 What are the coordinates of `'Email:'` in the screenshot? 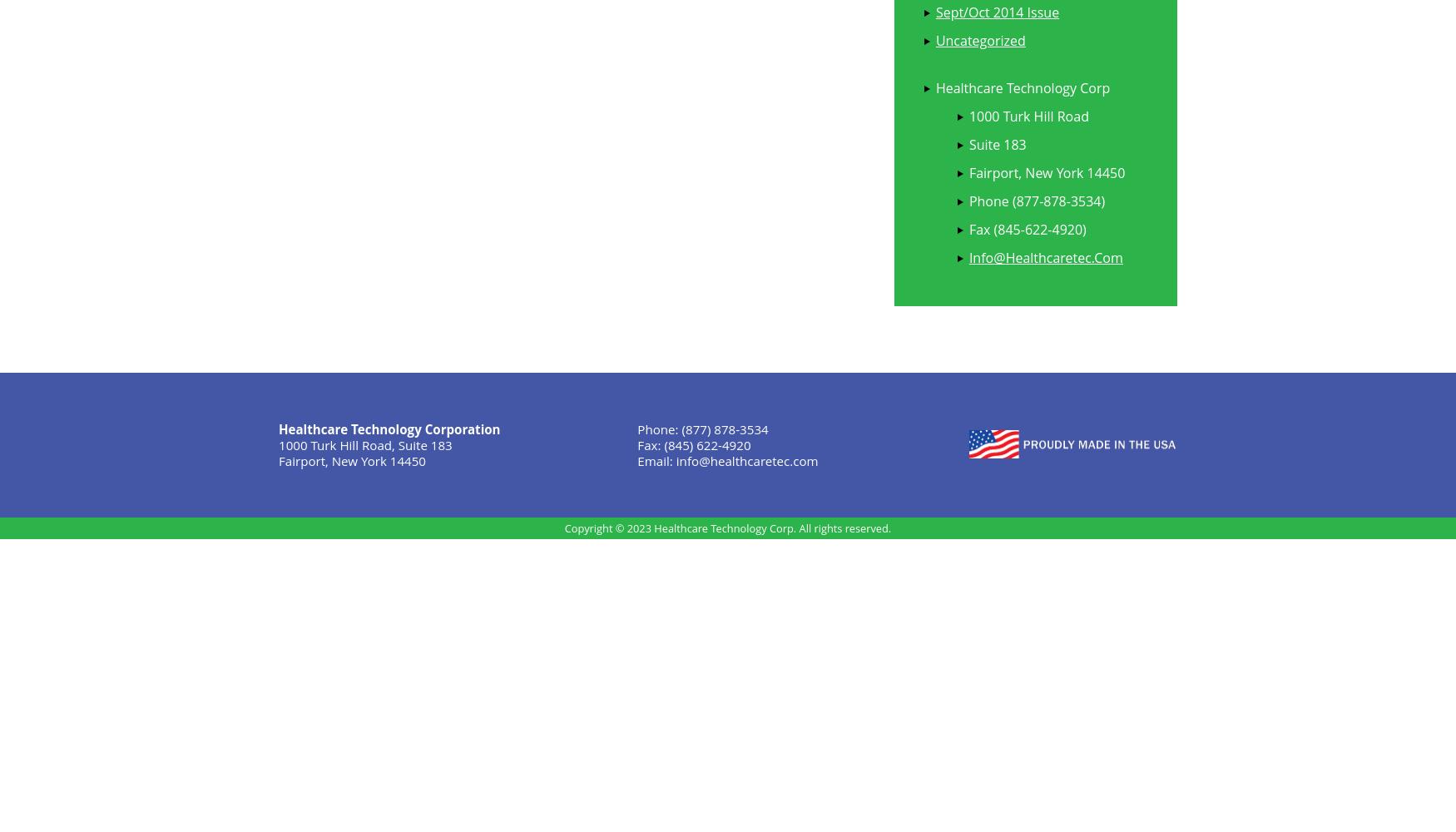 It's located at (656, 460).